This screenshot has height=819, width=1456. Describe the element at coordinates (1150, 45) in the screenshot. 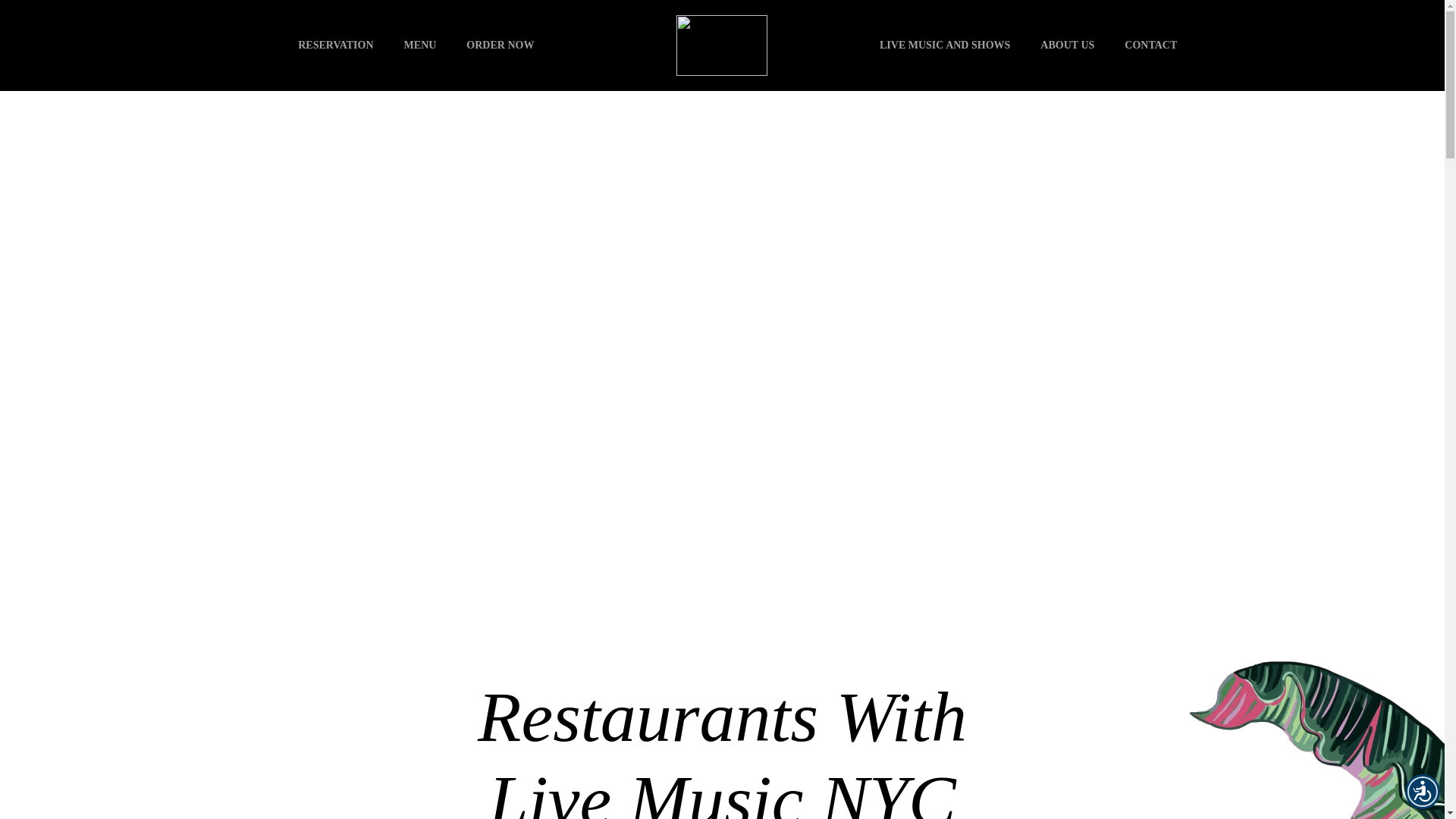

I see `'CONTACT'` at that location.